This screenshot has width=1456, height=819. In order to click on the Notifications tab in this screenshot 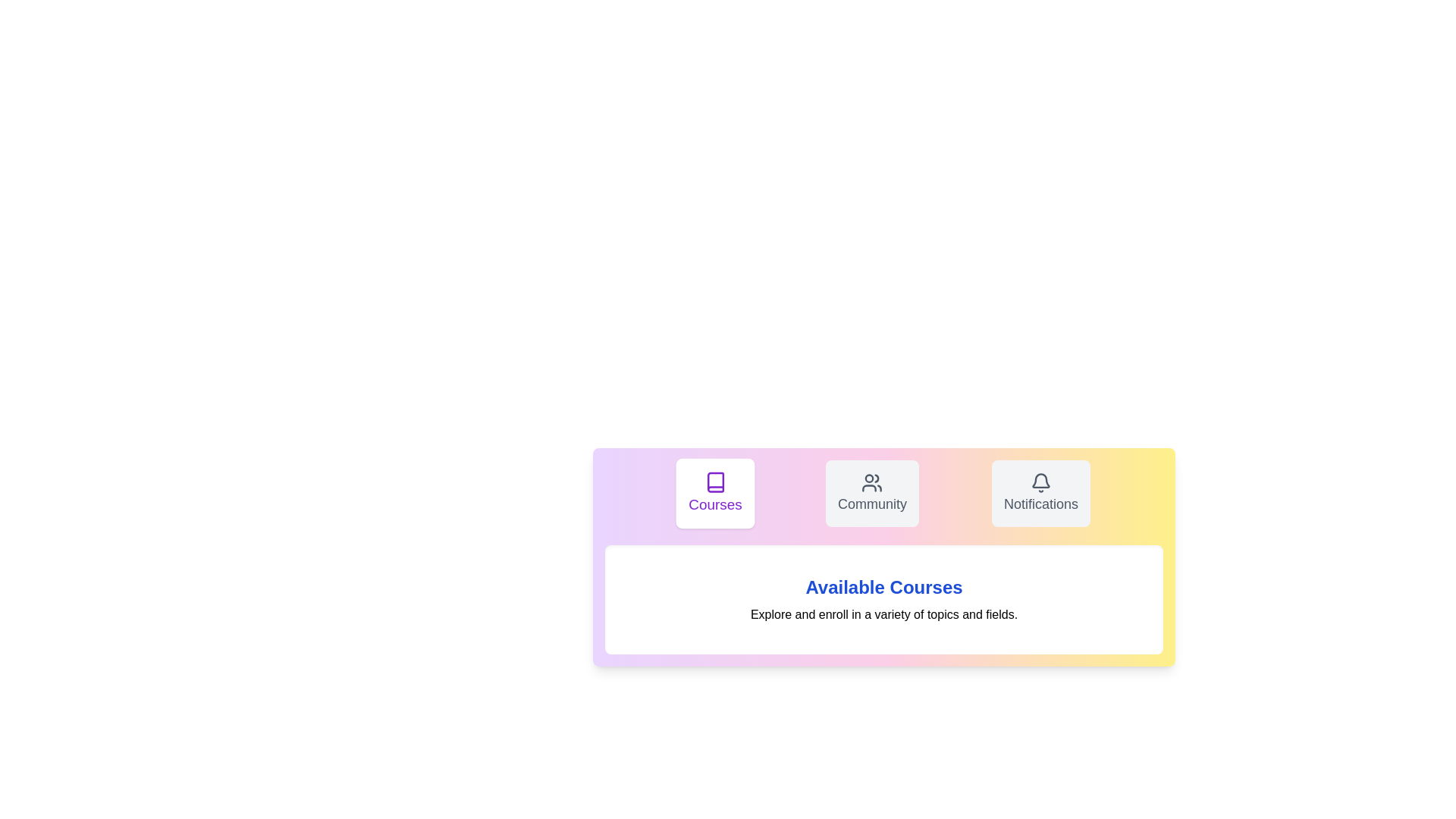, I will do `click(1040, 494)`.